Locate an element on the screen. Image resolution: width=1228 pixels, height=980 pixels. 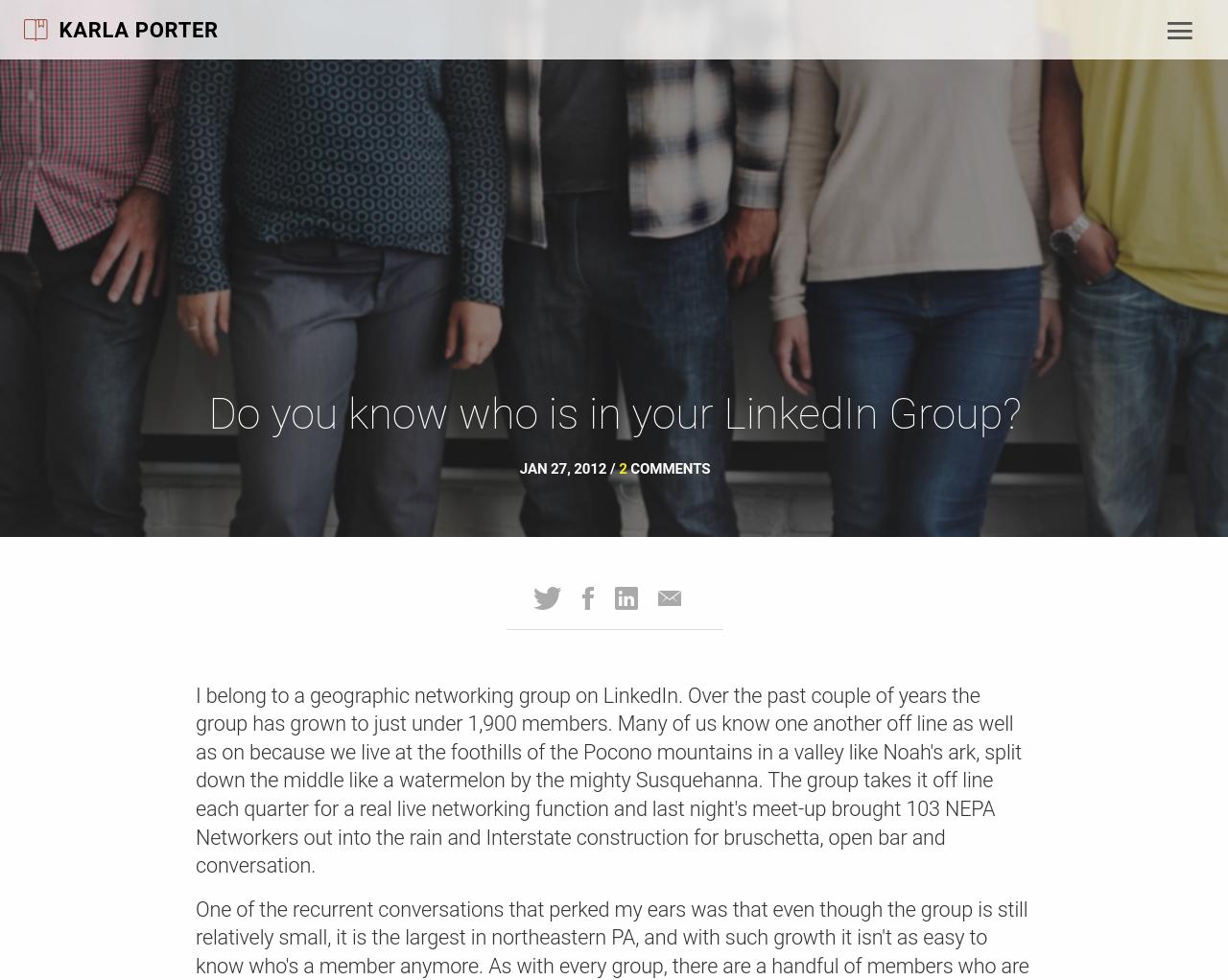
'About Me' is located at coordinates (193, 143).